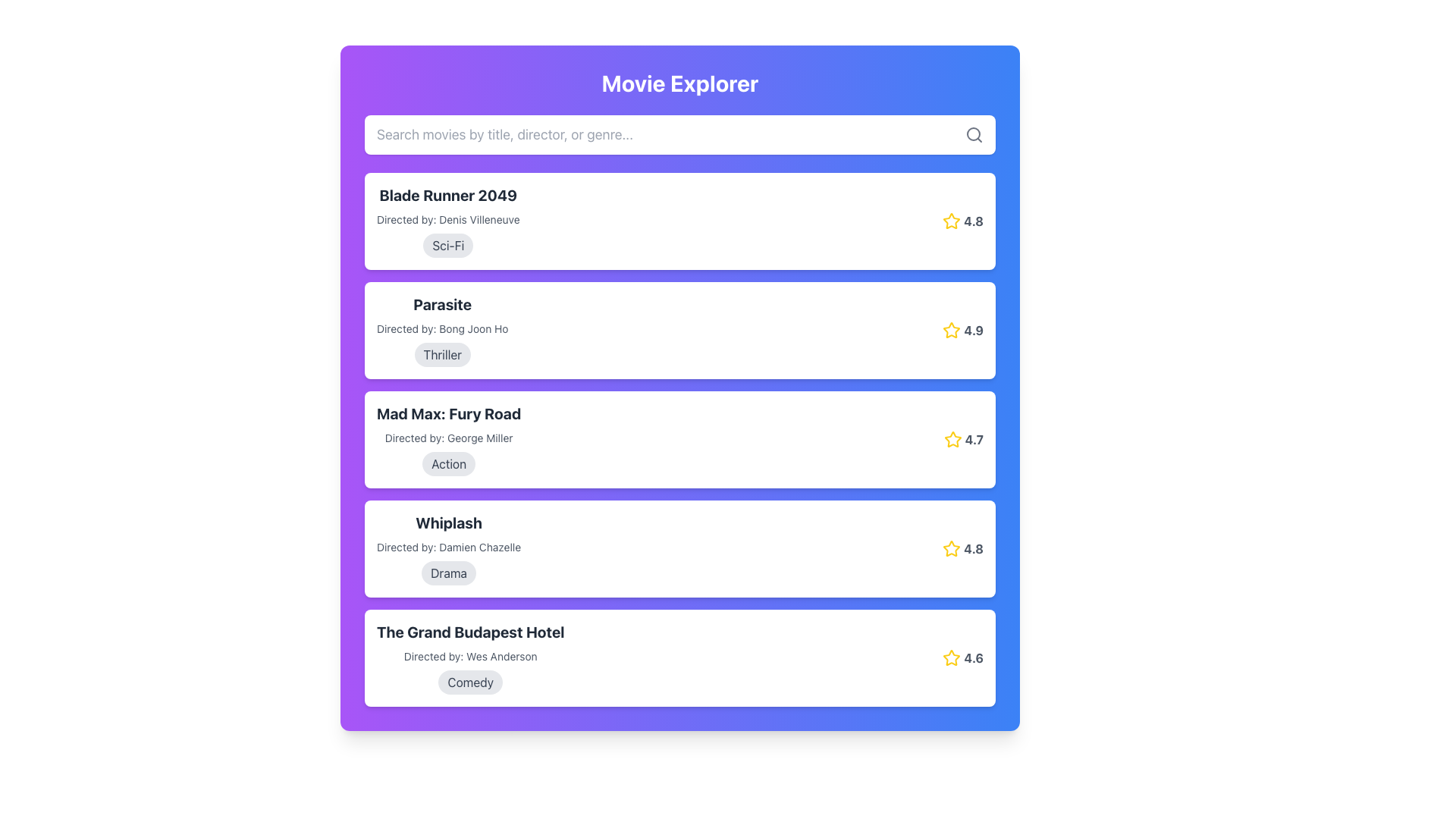 This screenshot has width=1456, height=819. Describe the element at coordinates (448, 463) in the screenshot. I see `the pill-shaped label displaying the text 'Action' in bold, dark gray font, located near the bottom of the block containing the title 'Mad Max: Fury Road'` at that location.